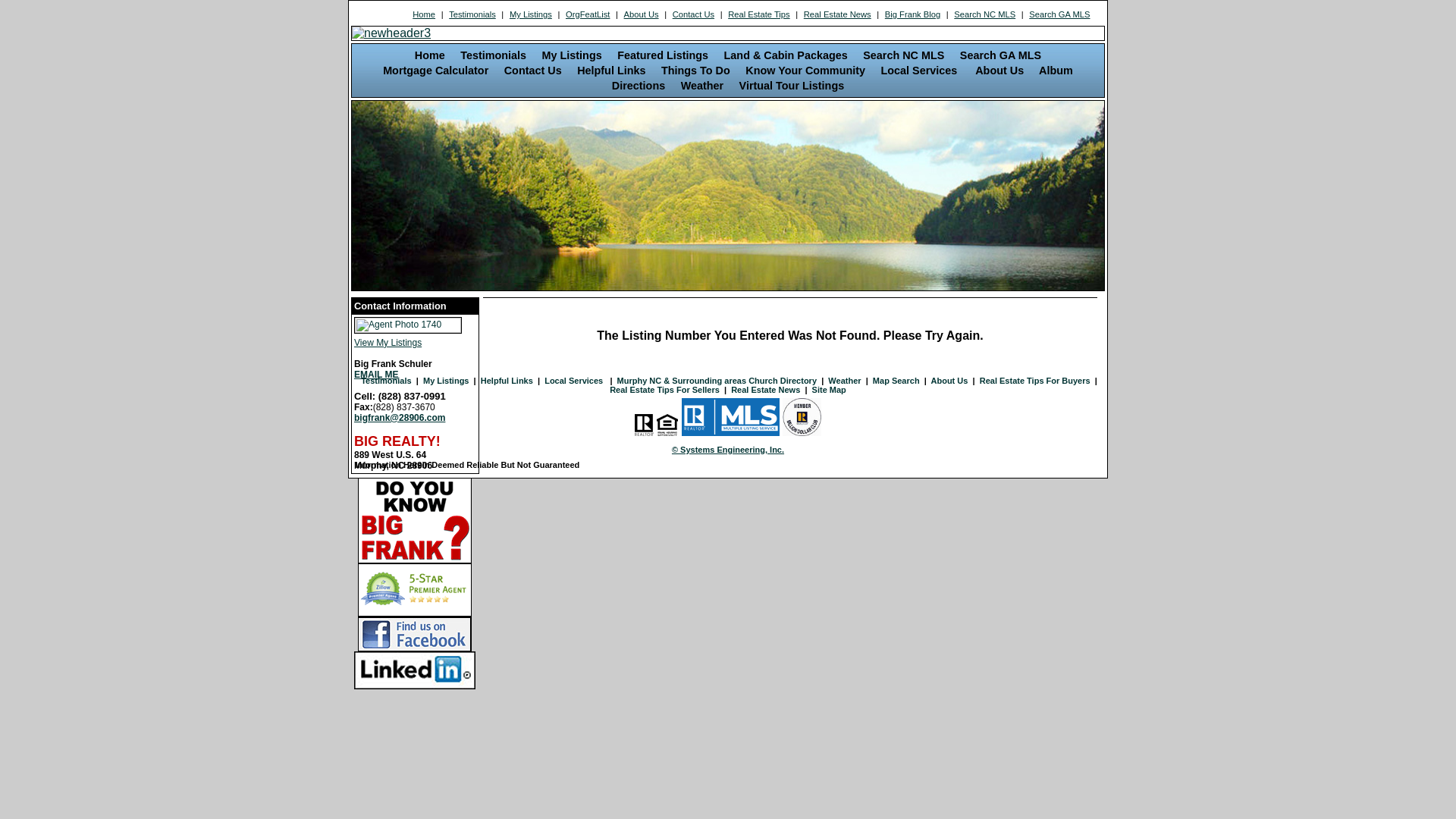 This screenshot has height=819, width=1456. I want to click on 'Search GA MLS', so click(1000, 55).